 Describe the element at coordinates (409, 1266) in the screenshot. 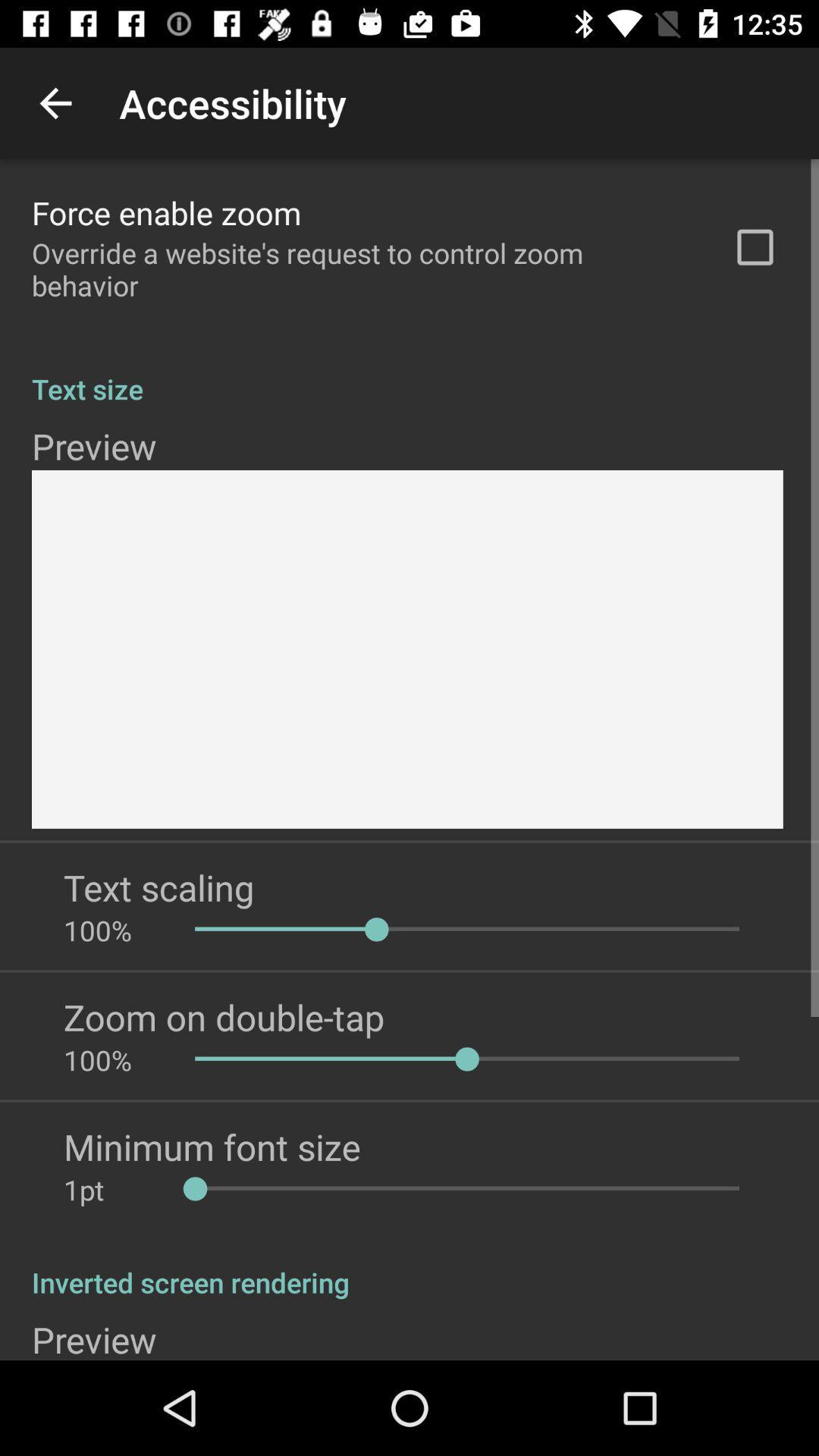

I see `item above the preview icon` at that location.